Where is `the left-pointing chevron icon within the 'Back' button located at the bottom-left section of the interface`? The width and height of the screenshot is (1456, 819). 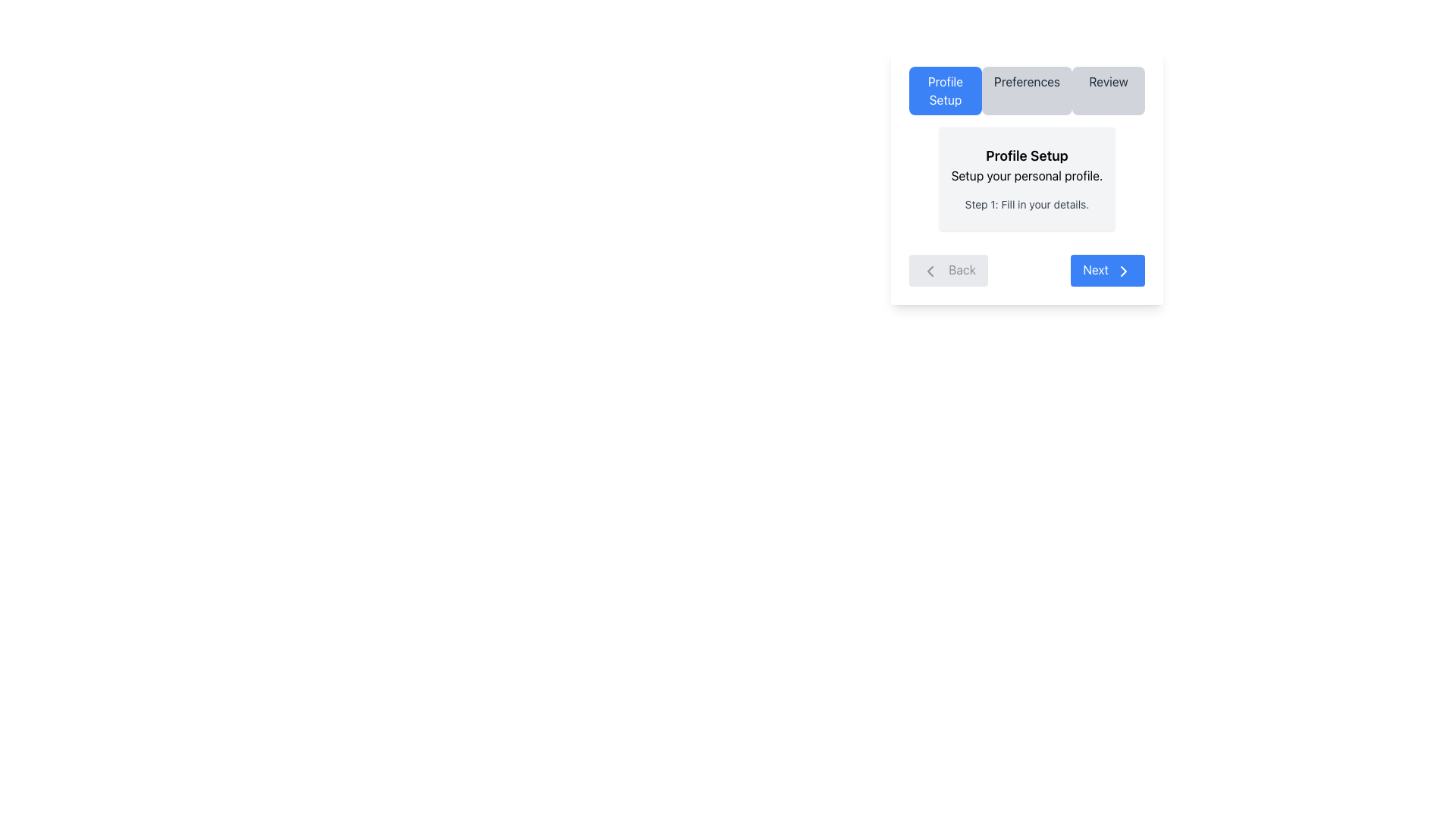
the left-pointing chevron icon within the 'Back' button located at the bottom-left section of the interface is located at coordinates (930, 270).